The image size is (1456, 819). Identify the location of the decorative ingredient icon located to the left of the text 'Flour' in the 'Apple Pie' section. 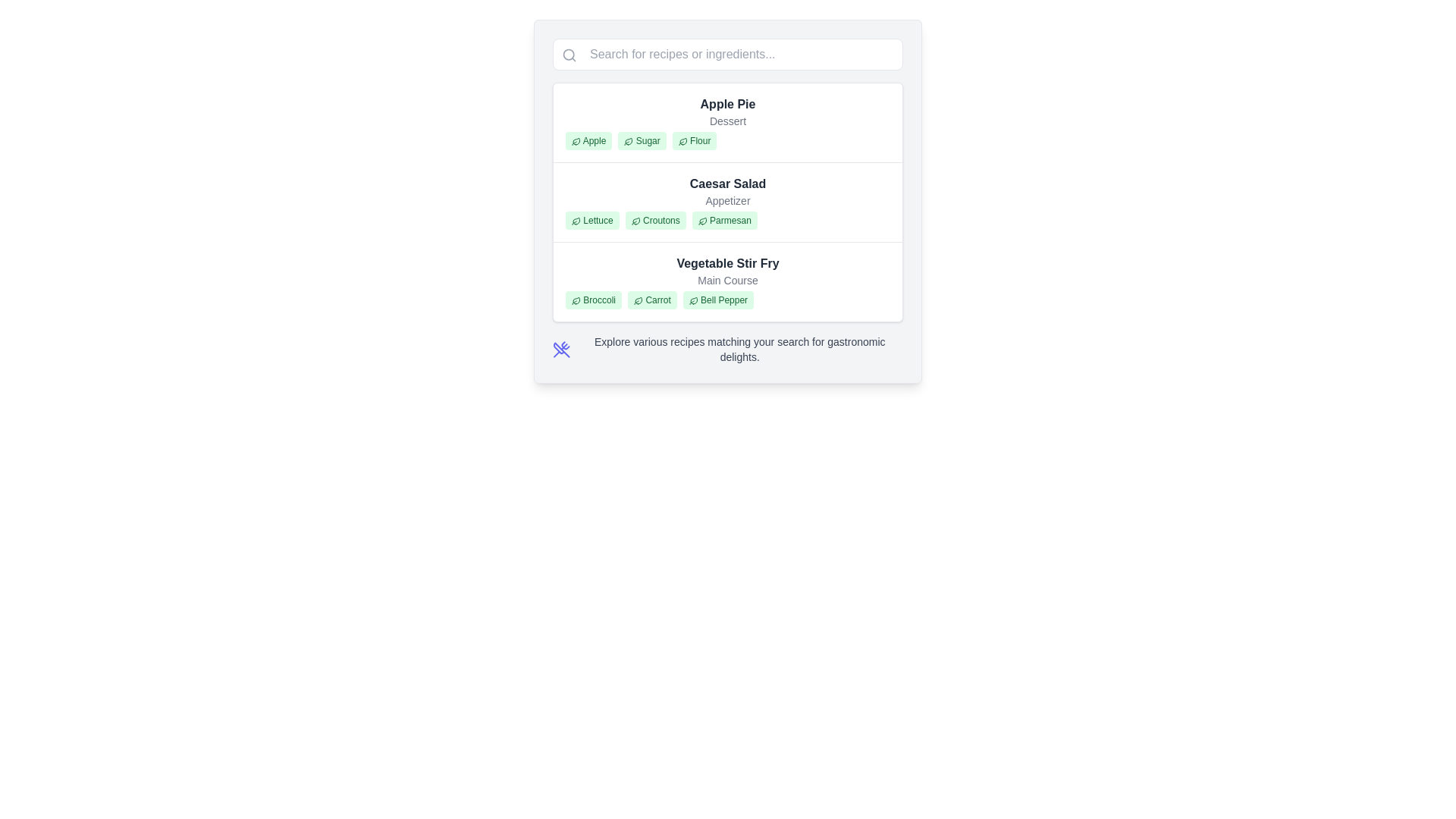
(682, 141).